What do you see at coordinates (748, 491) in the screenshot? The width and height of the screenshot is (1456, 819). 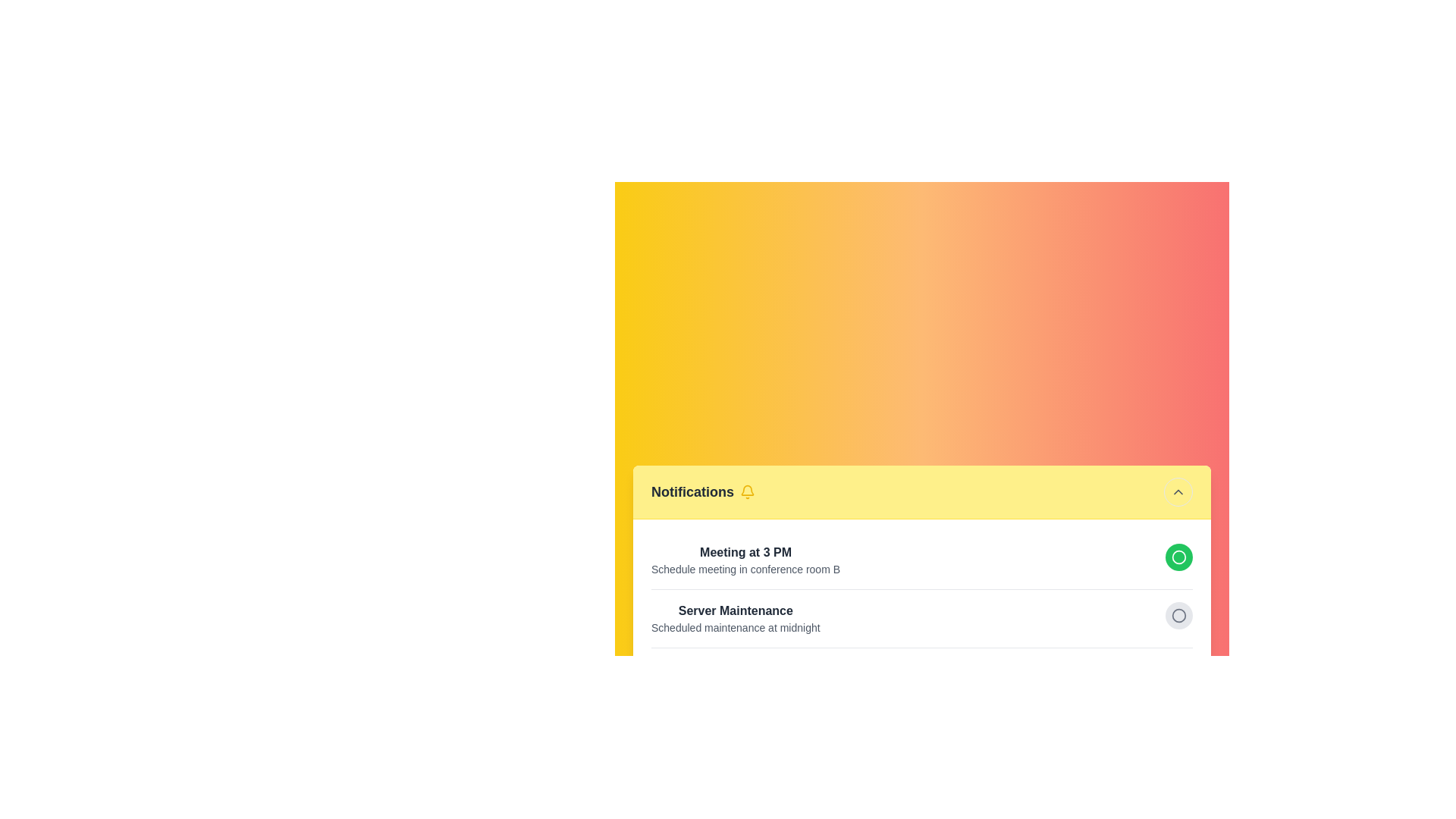 I see `the yellow bell icon located next to the 'Notifications' text` at bounding box center [748, 491].